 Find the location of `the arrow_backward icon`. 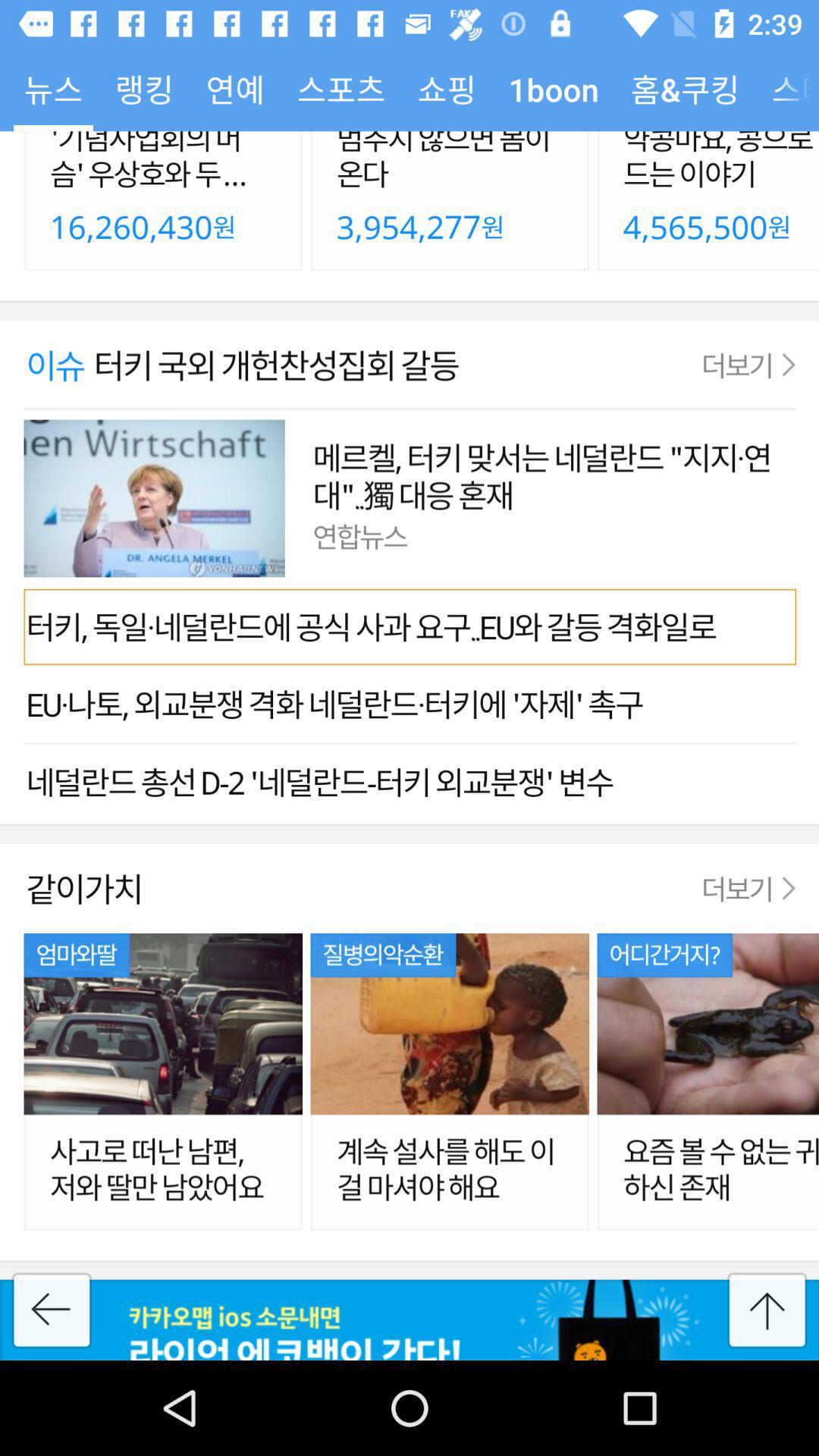

the arrow_backward icon is located at coordinates (51, 1310).